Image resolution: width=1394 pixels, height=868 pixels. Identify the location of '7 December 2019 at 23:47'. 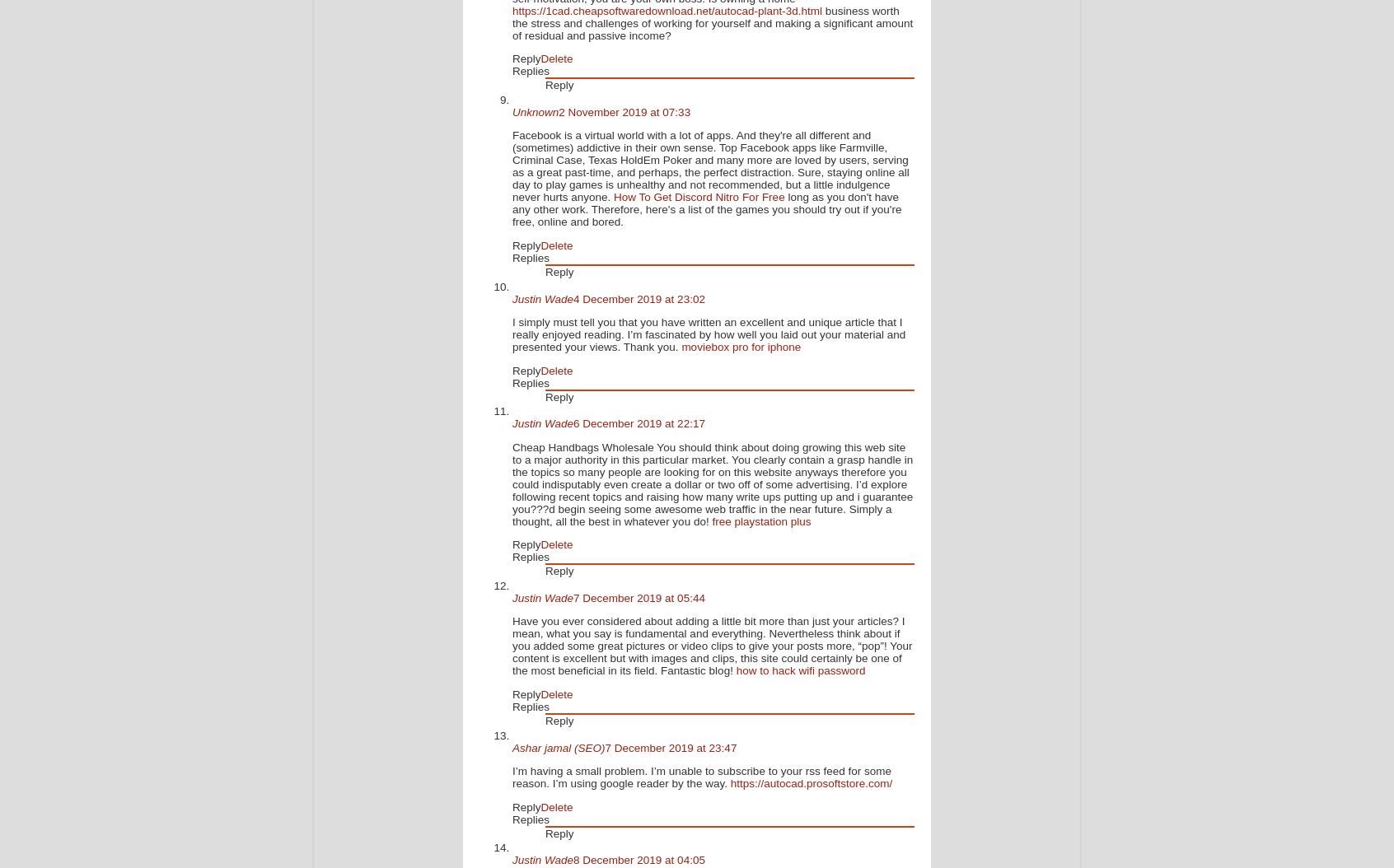
(603, 746).